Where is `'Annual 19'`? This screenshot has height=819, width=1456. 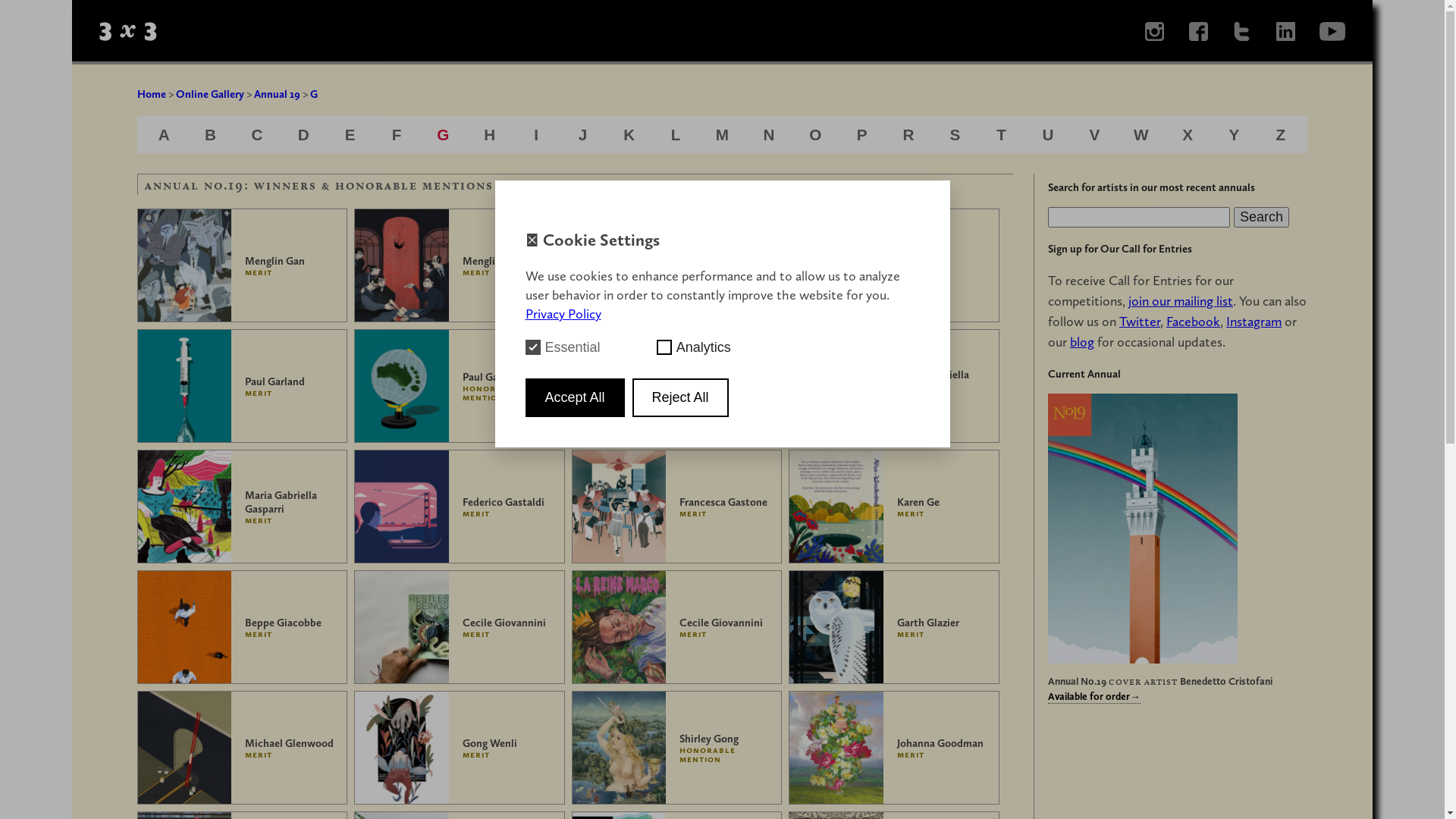
'Annual 19' is located at coordinates (277, 93).